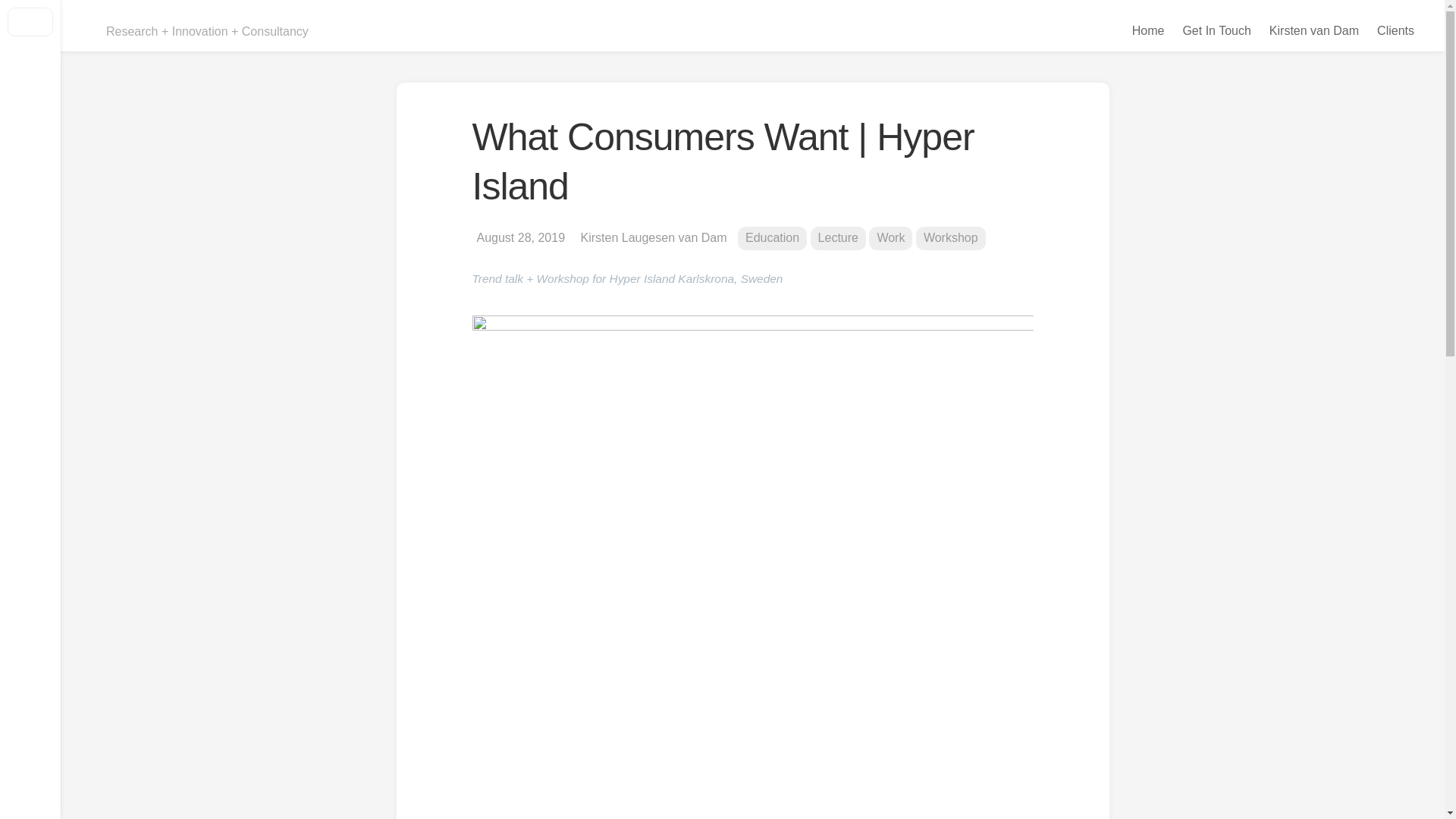 This screenshot has height=819, width=1456. I want to click on 'Kirsten Laugesen van Dam', so click(654, 237).